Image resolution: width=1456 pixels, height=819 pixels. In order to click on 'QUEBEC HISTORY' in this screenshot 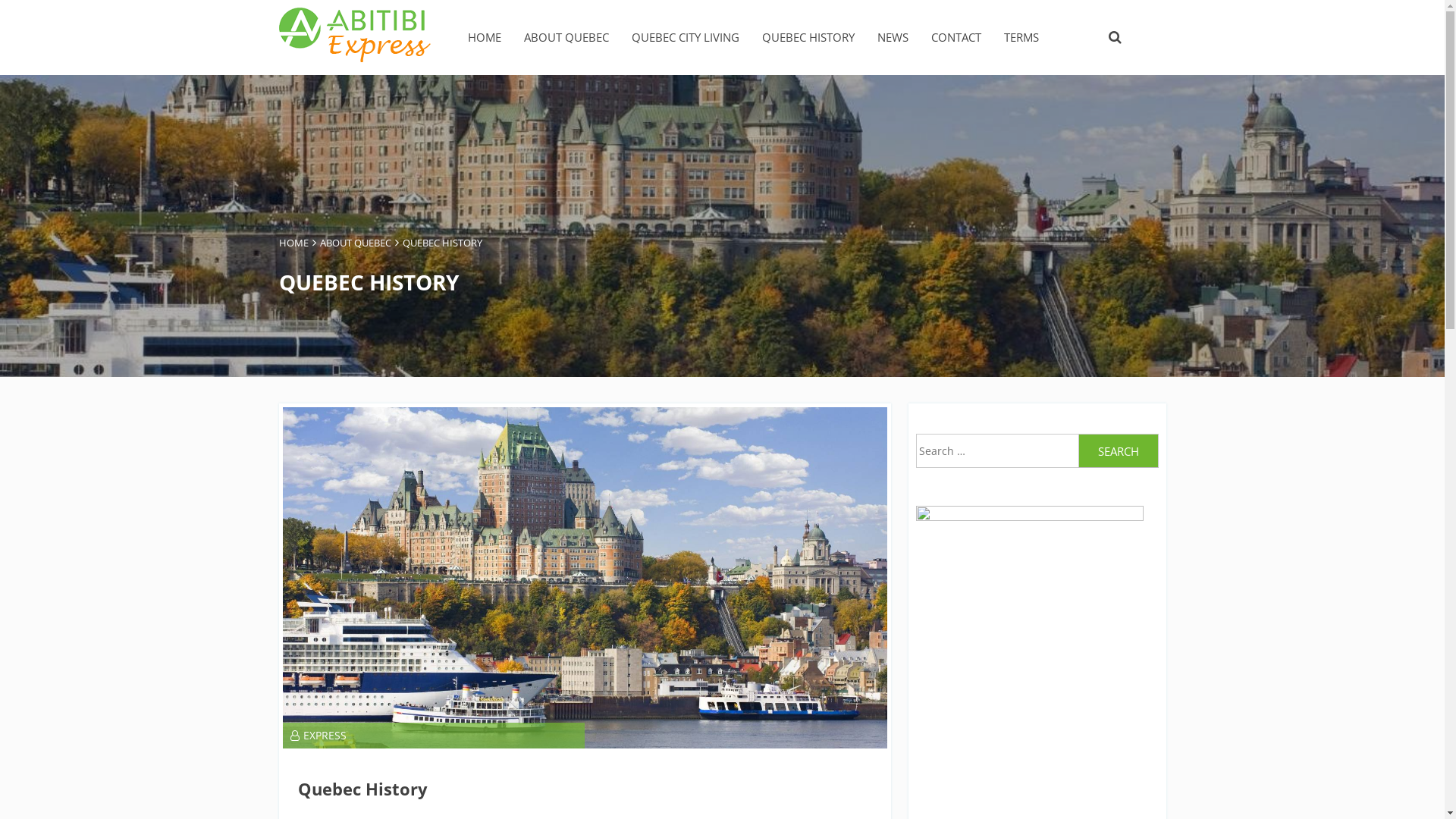, I will do `click(761, 36)`.